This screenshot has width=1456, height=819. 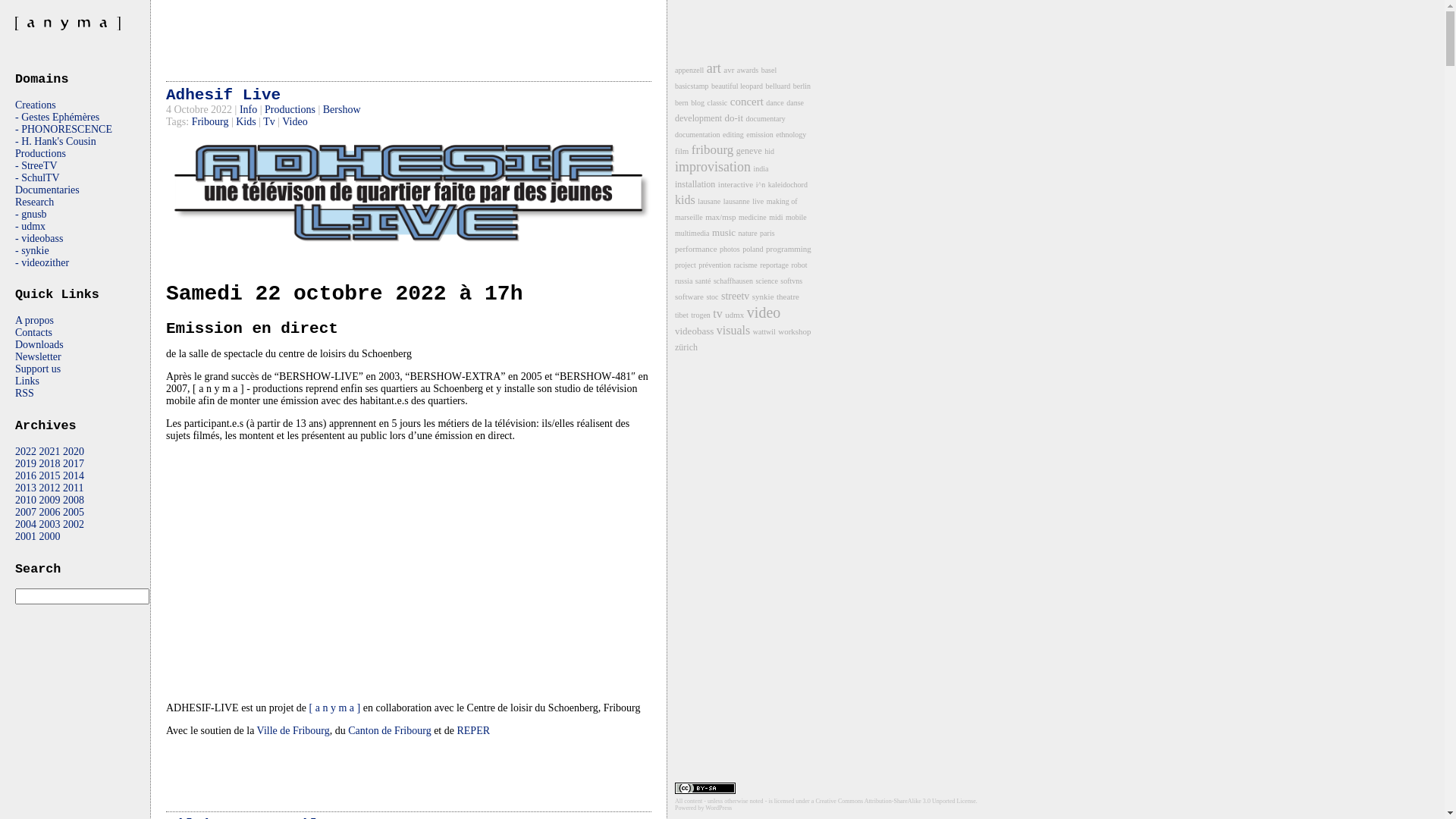 What do you see at coordinates (248, 108) in the screenshot?
I see `'Info'` at bounding box center [248, 108].